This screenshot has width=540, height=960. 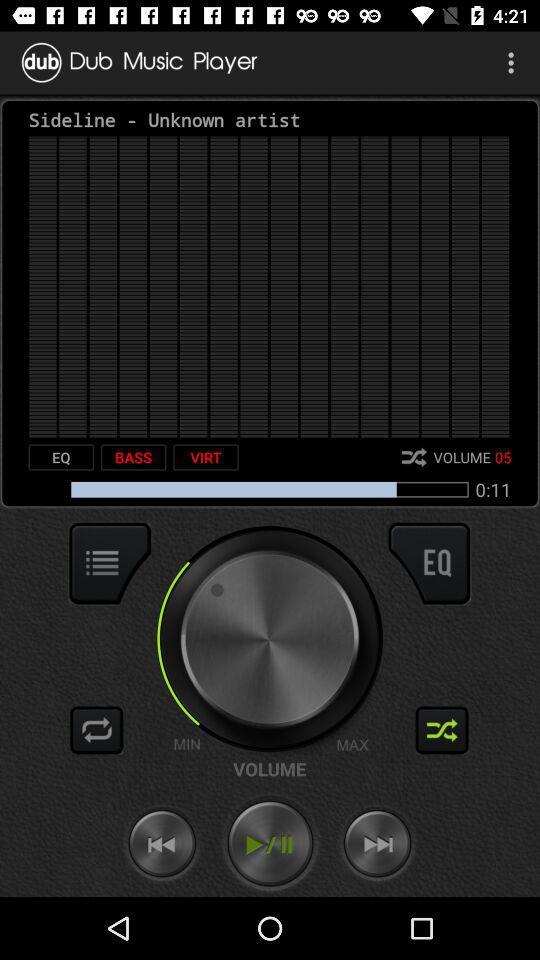 What do you see at coordinates (96, 729) in the screenshot?
I see `repeat option` at bounding box center [96, 729].